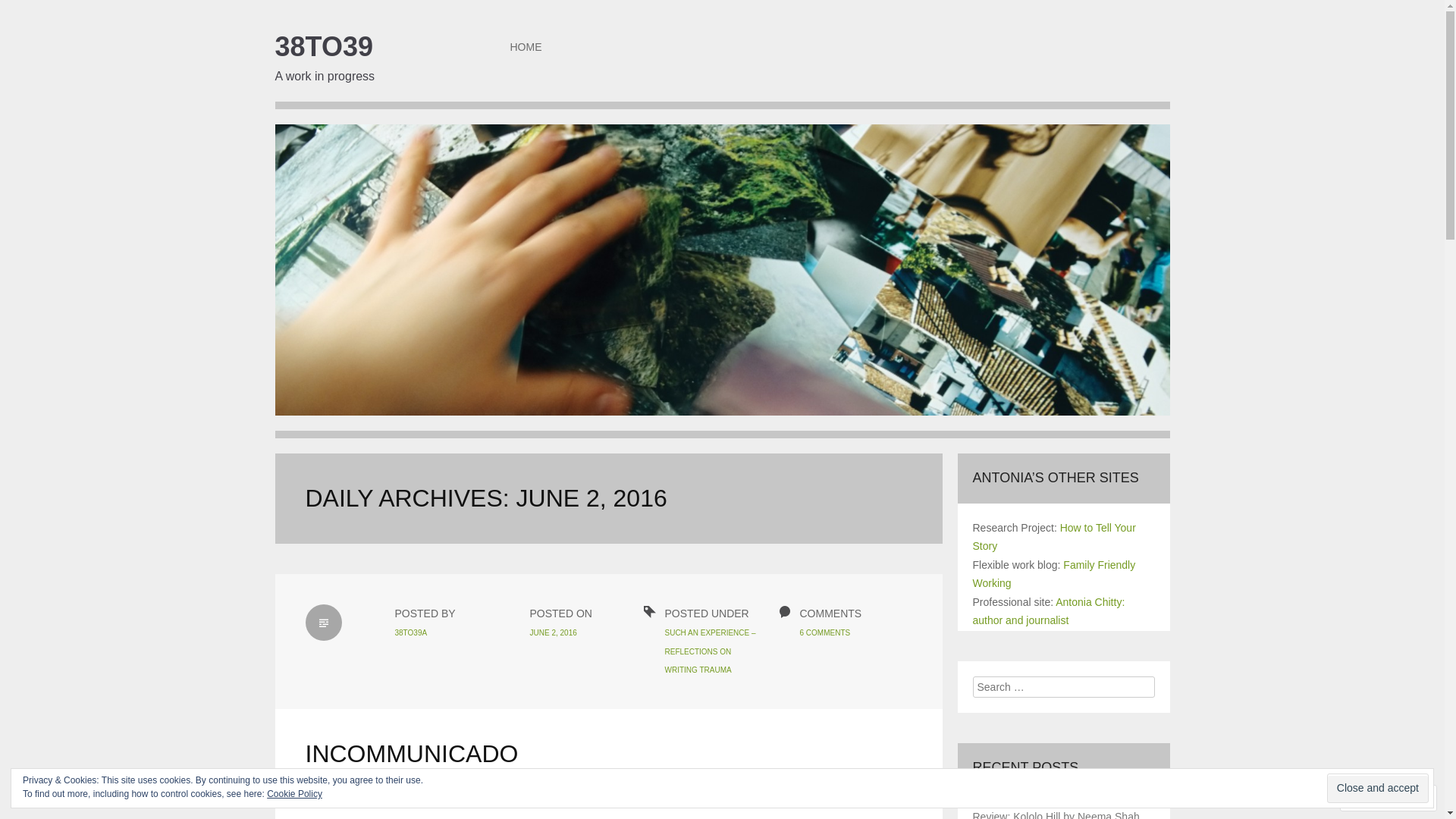 The width and height of the screenshot is (1456, 819). What do you see at coordinates (30, 11) in the screenshot?
I see `'Search'` at bounding box center [30, 11].